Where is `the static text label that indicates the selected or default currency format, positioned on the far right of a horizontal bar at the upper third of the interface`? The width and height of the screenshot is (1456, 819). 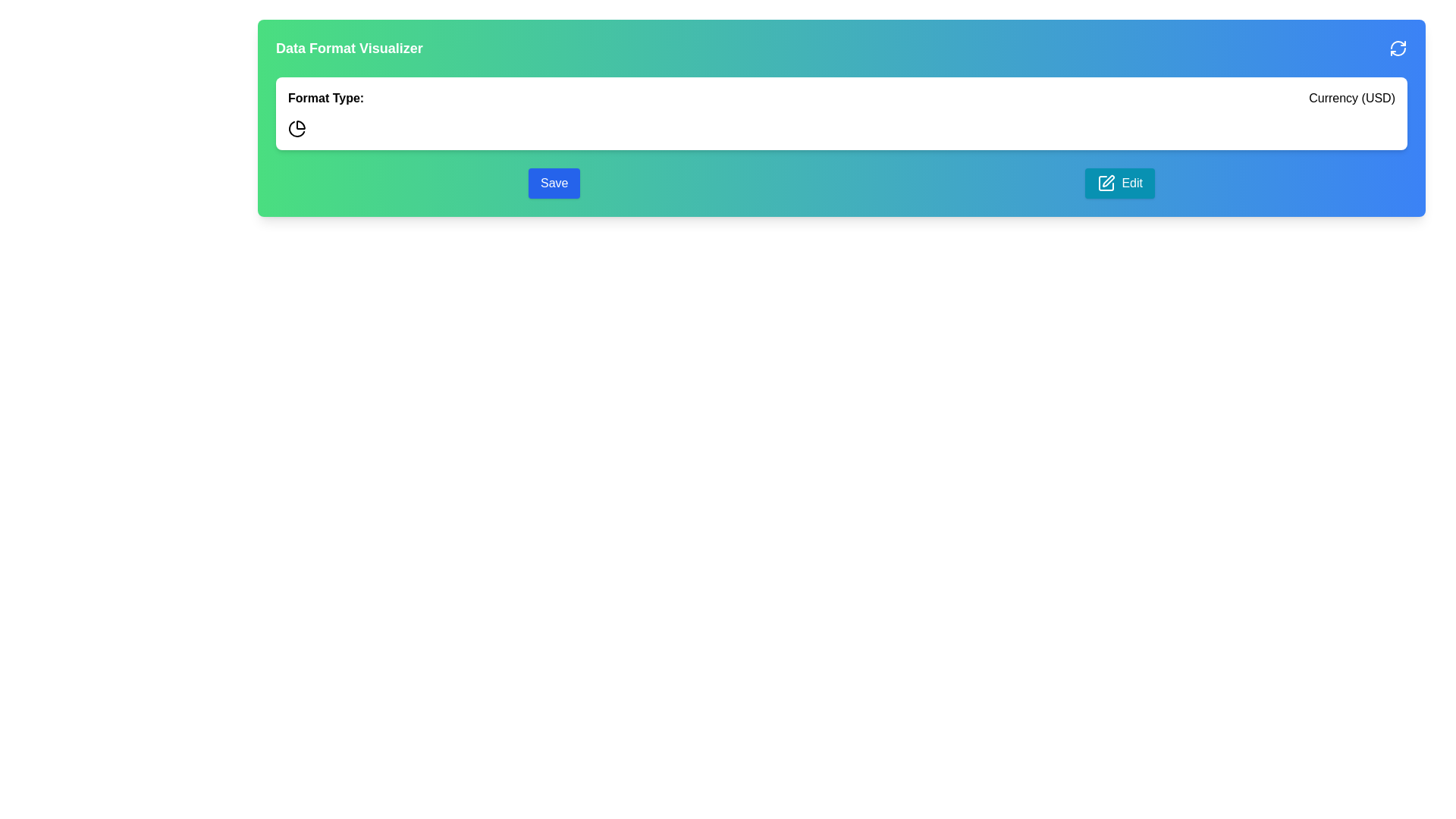 the static text label that indicates the selected or default currency format, positioned on the far right of a horizontal bar at the upper third of the interface is located at coordinates (1352, 99).